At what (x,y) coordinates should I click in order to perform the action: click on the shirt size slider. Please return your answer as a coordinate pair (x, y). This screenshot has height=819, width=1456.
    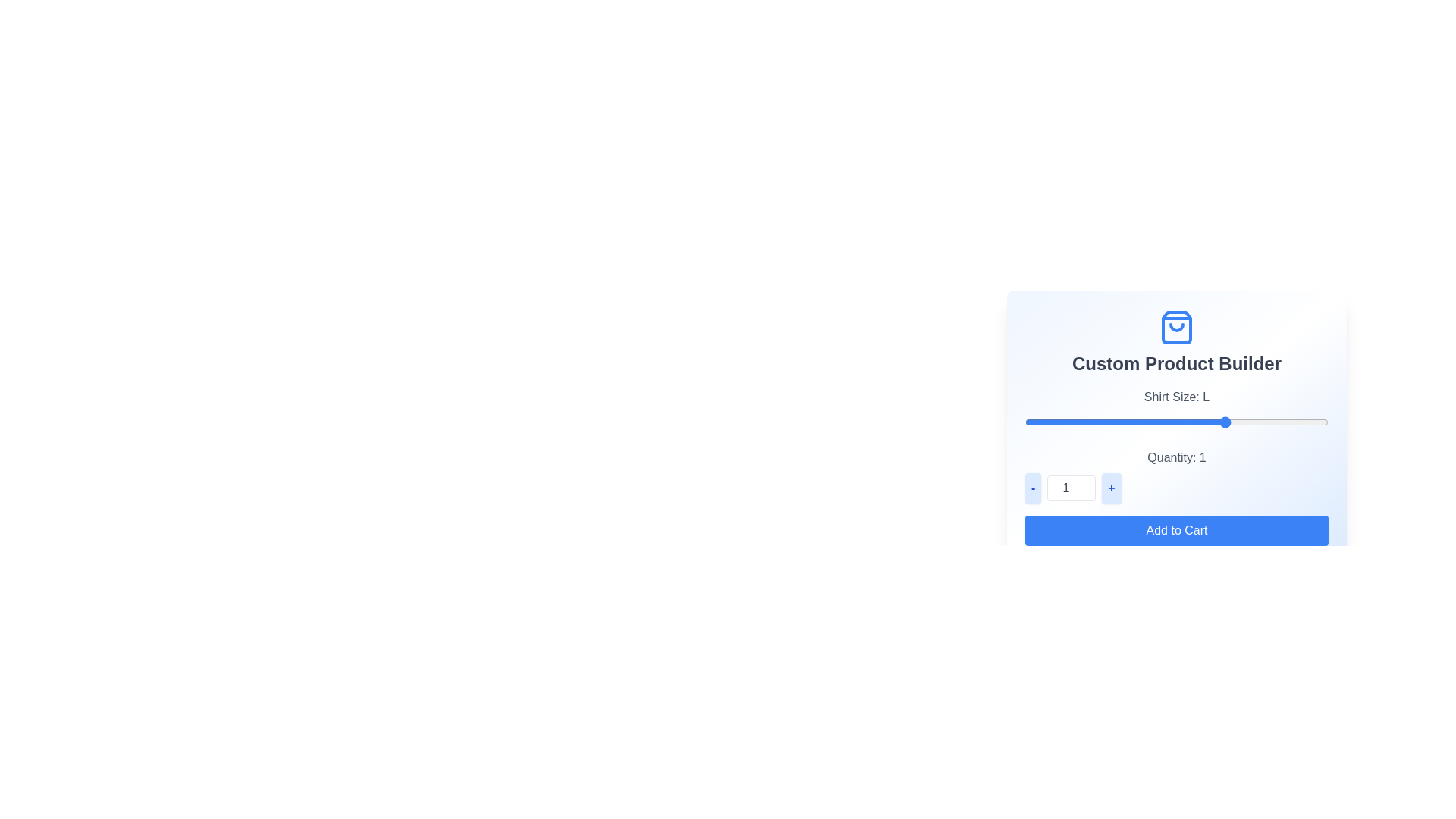
    Looking at the image, I should click on (1227, 422).